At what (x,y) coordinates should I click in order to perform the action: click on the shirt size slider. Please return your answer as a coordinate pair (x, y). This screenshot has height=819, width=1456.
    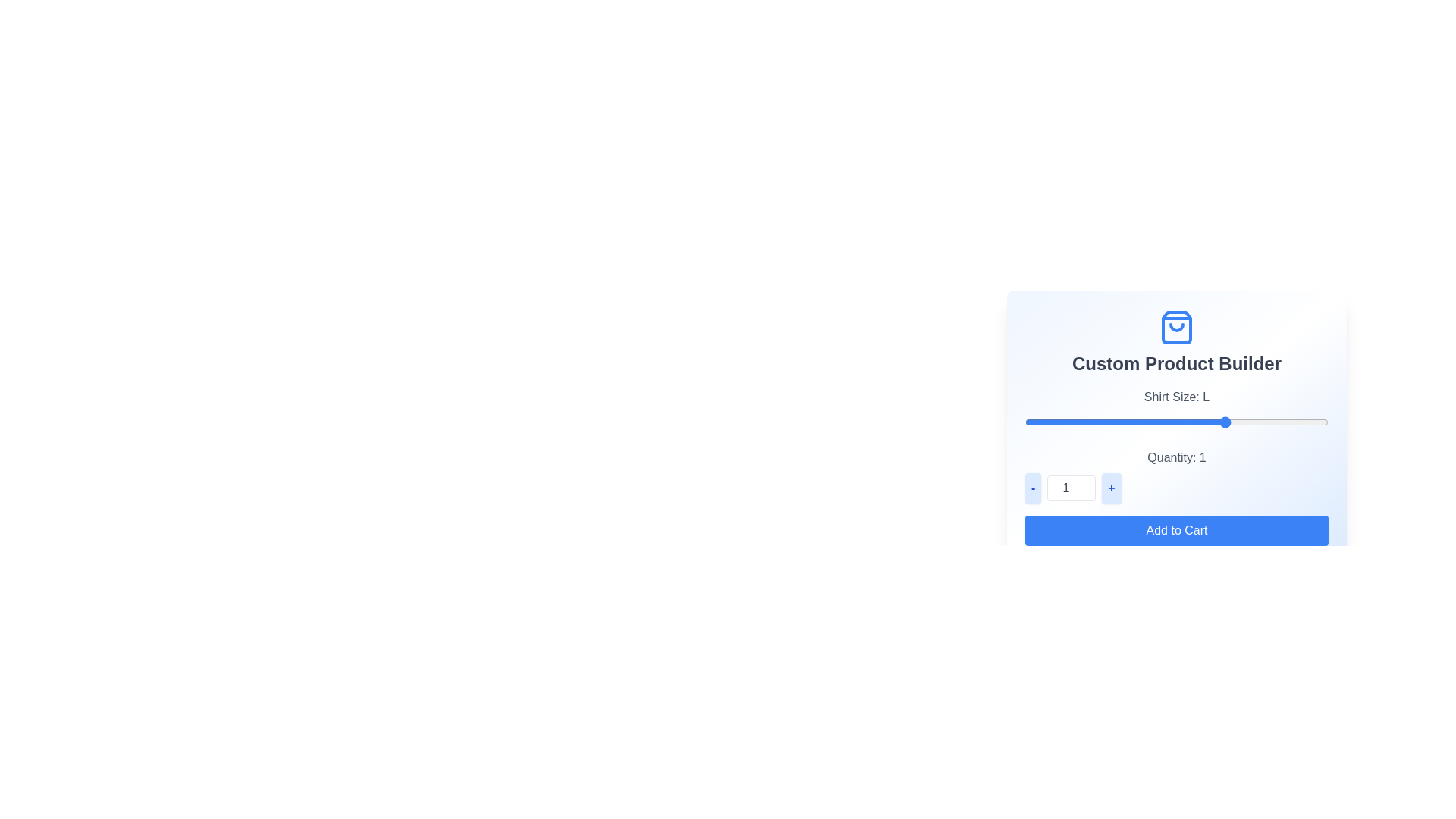
    Looking at the image, I should click on (1227, 422).